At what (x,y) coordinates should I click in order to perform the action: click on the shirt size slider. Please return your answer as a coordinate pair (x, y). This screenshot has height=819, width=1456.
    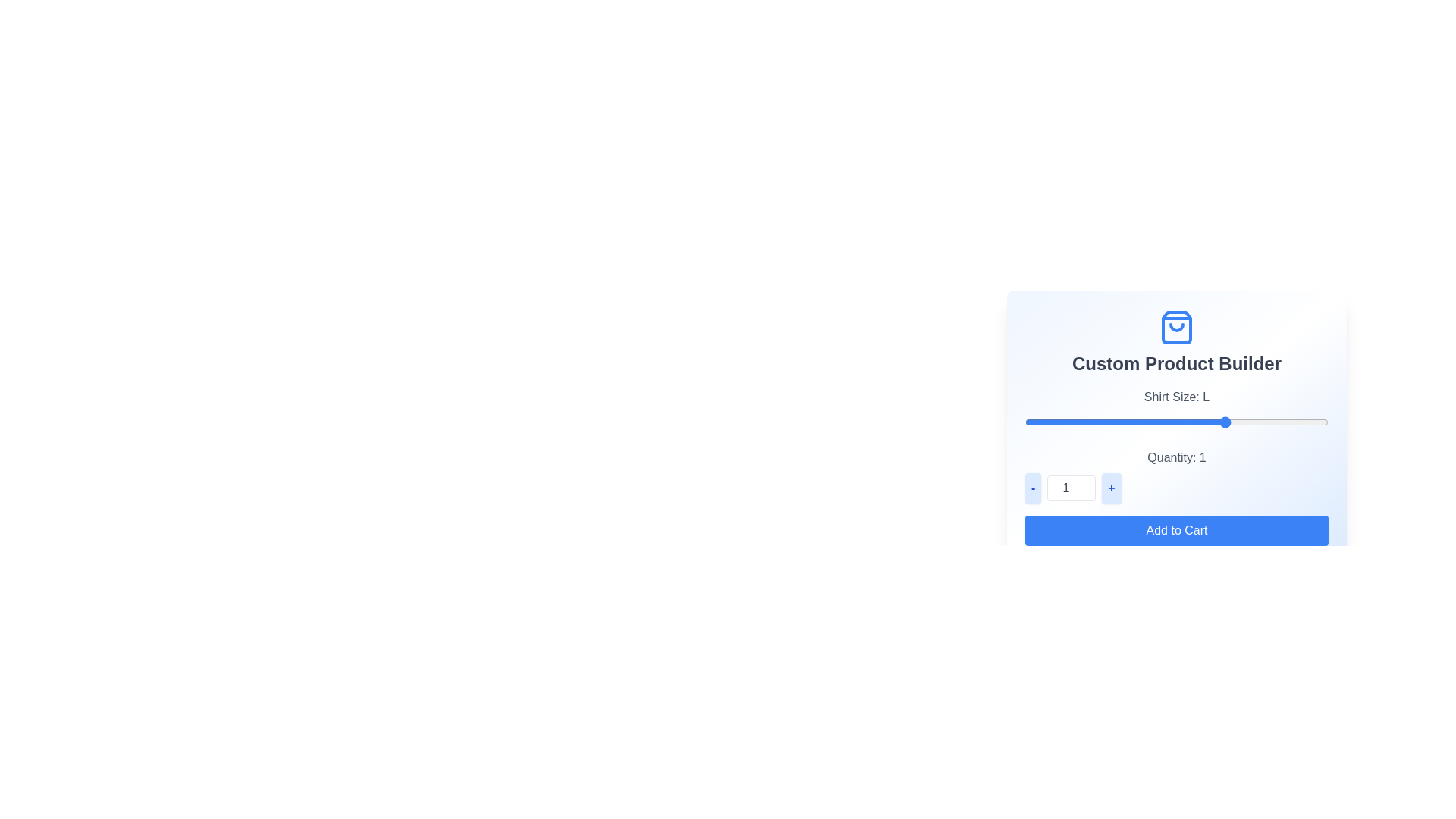
    Looking at the image, I should click on (1227, 422).